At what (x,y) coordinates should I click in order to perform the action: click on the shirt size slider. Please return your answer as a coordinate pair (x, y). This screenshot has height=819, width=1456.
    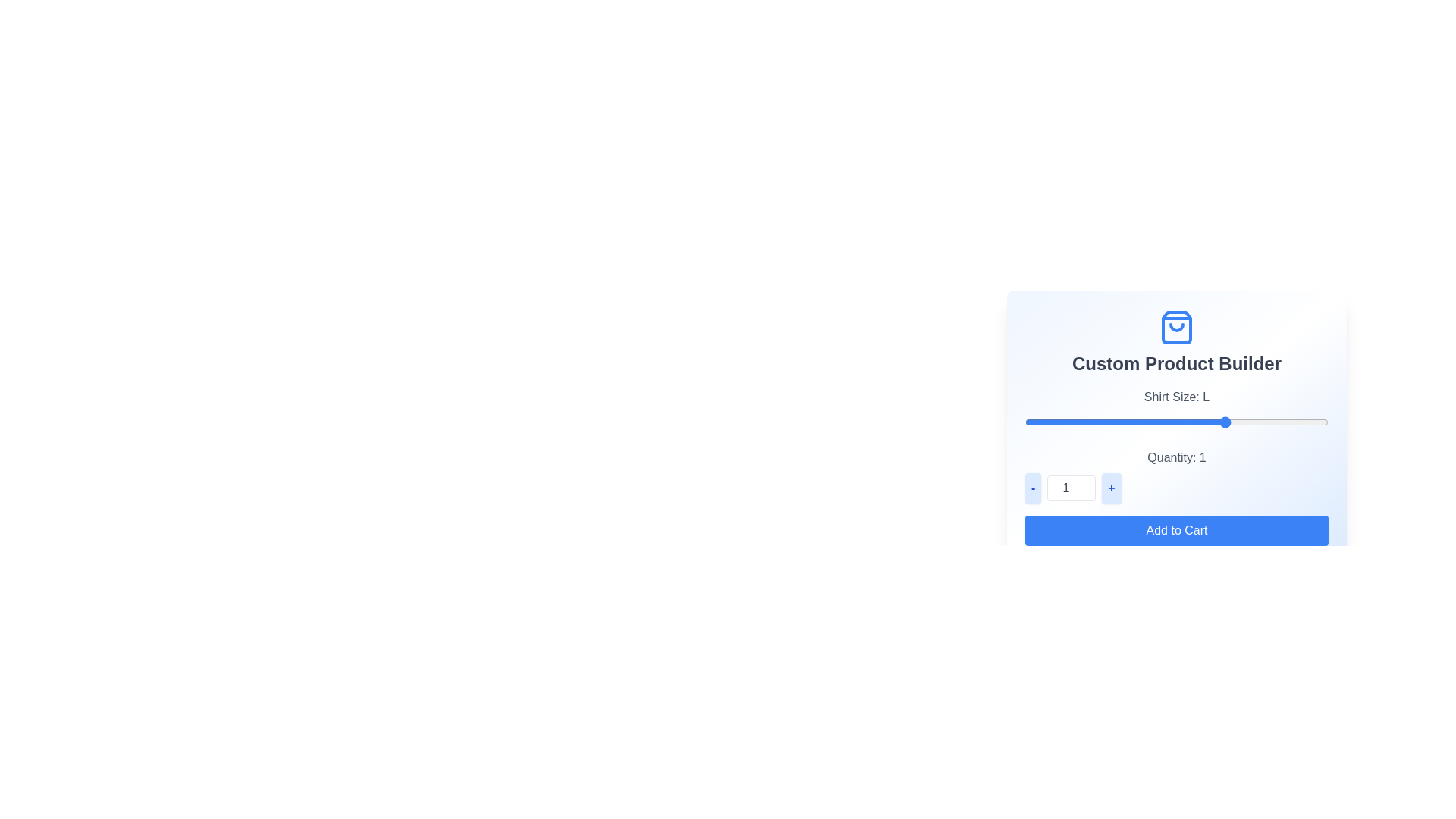
    Looking at the image, I should click on (1227, 422).